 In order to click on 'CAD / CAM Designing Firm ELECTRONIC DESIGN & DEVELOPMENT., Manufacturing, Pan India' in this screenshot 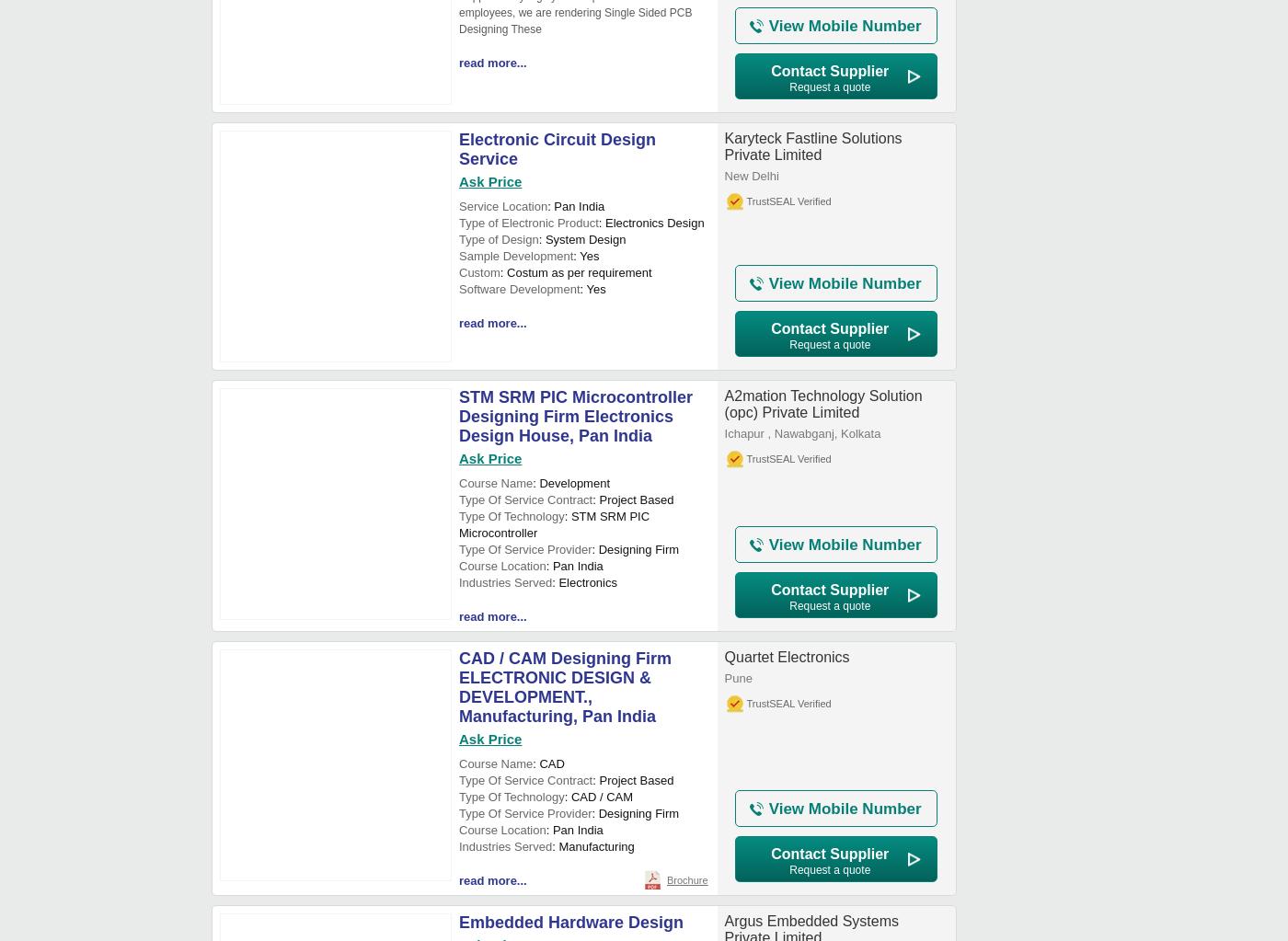, I will do `click(565, 687)`.